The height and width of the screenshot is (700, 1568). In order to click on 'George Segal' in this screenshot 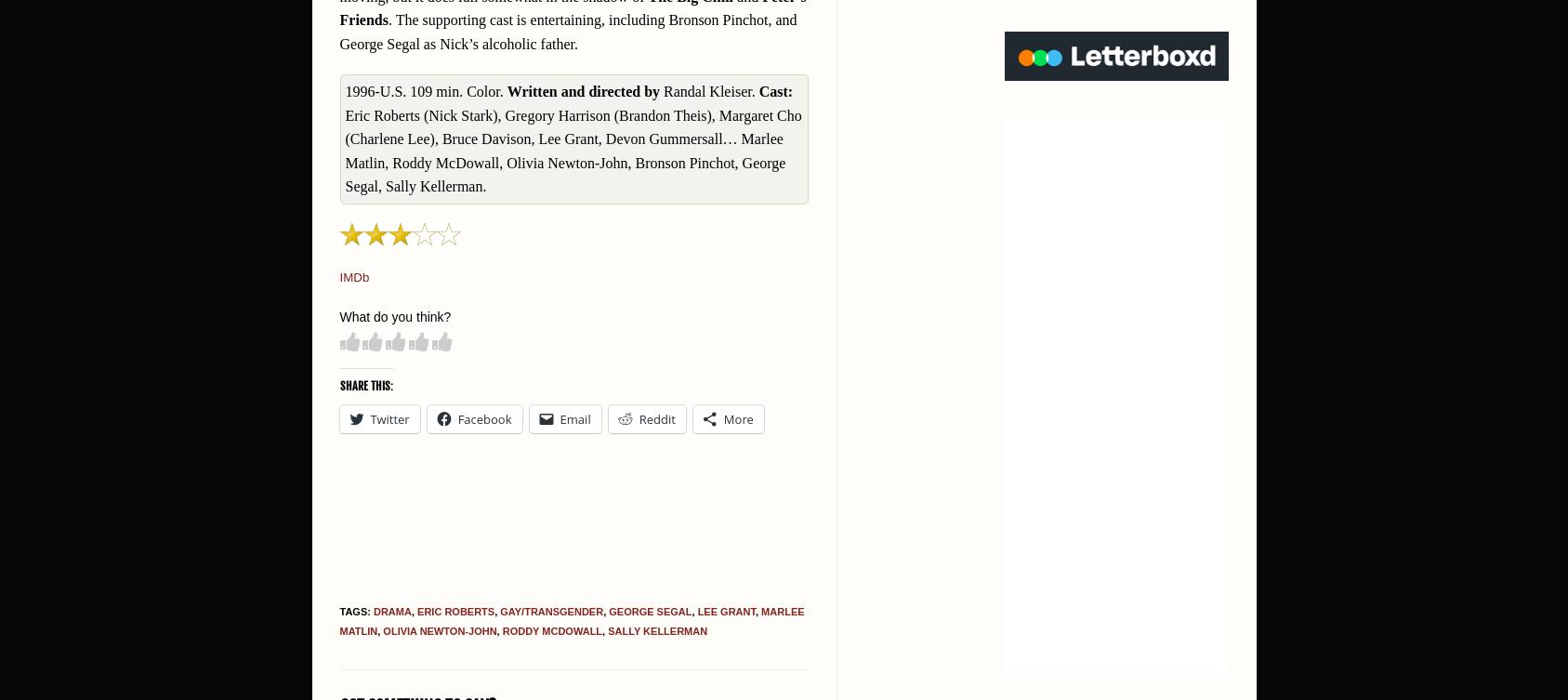, I will do `click(650, 609)`.